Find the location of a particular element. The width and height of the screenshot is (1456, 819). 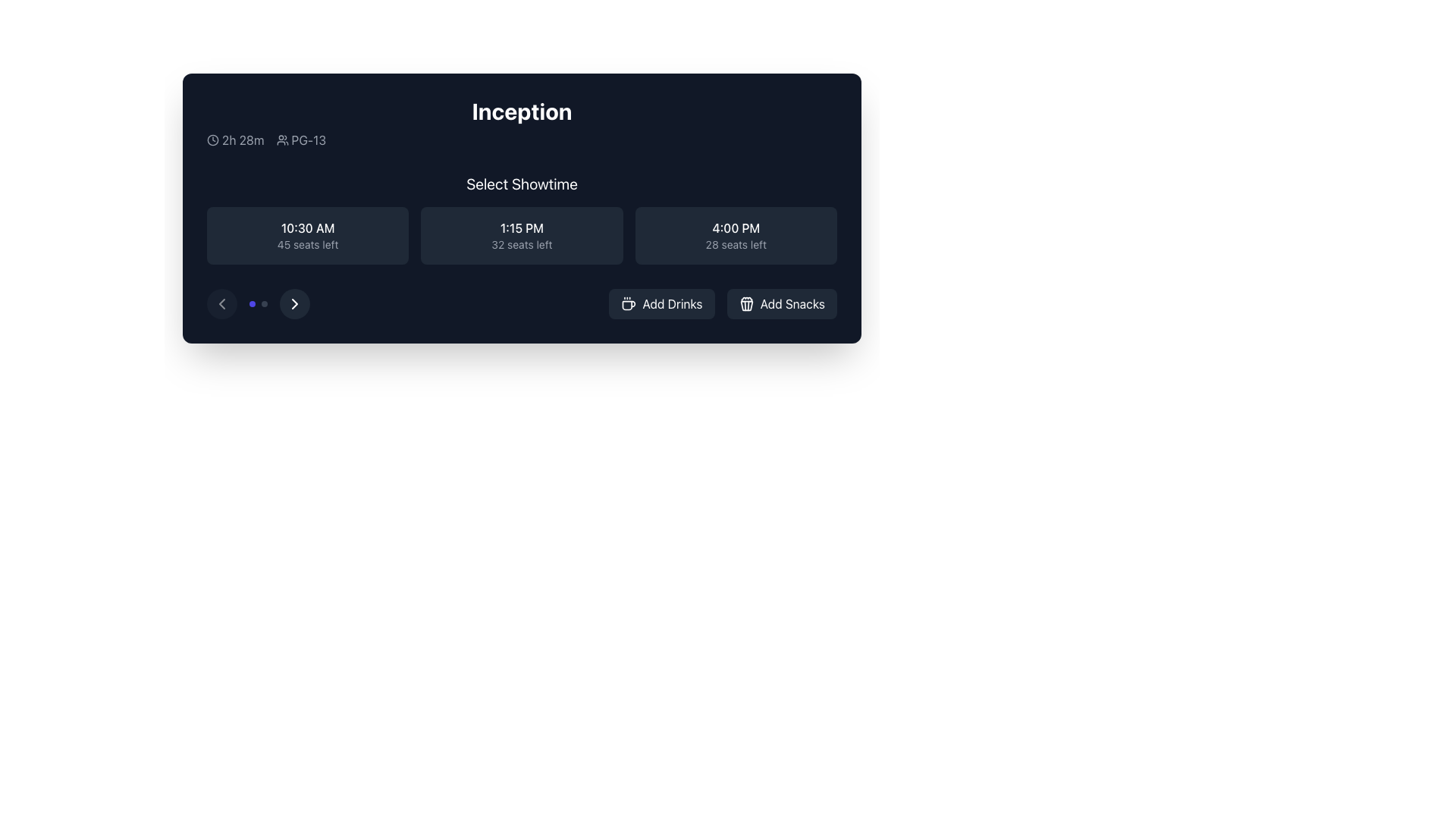

the age-based rating Label with Icon, which is the second inline item in the horizontal list at the top left of the content area, following the '2h 28m' text and clock icon is located at coordinates (301, 140).